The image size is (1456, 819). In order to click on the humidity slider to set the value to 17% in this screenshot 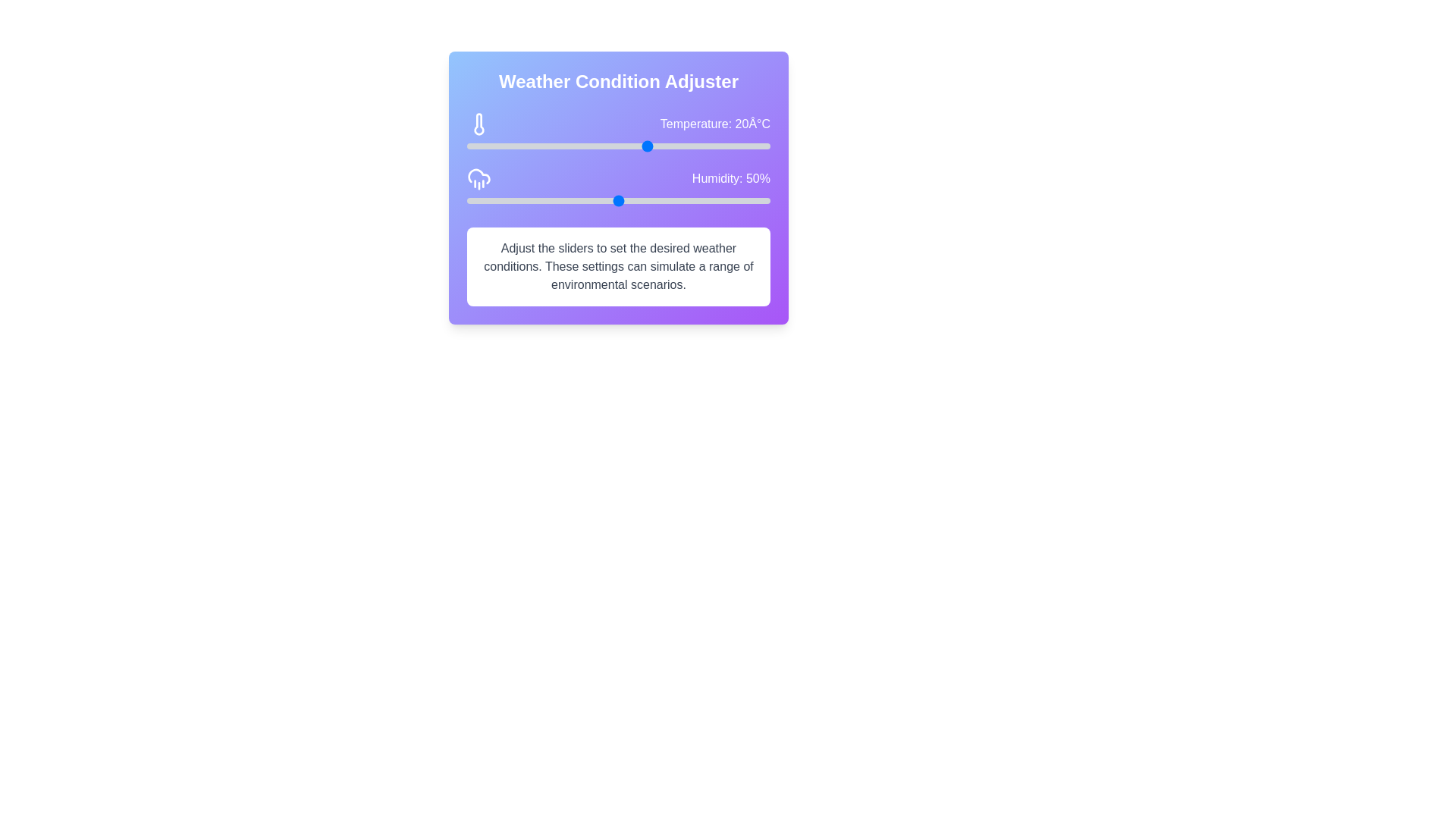, I will do `click(519, 200)`.